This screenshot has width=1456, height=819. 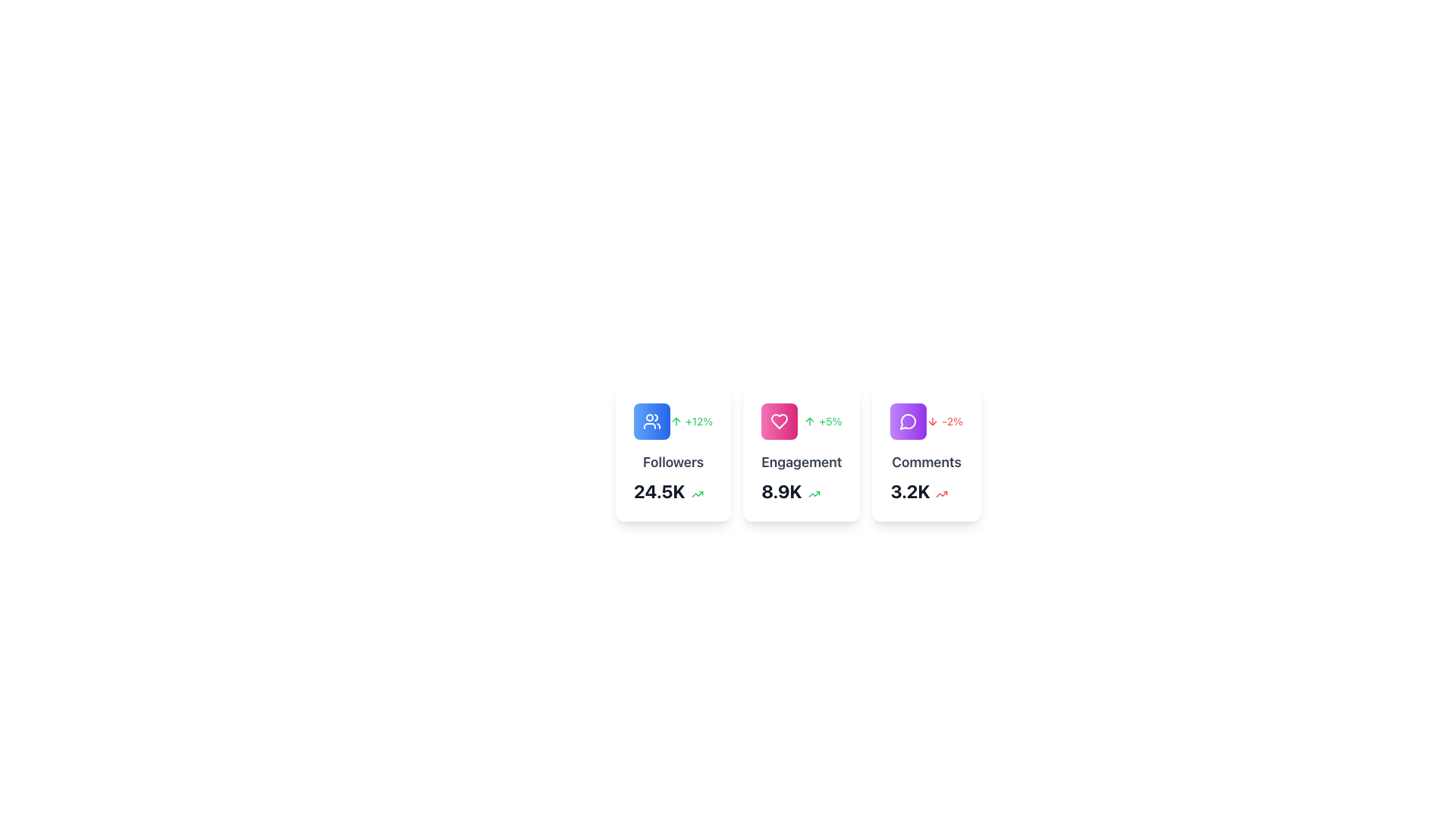 I want to click on the bold, large-sized text label '8.9K' displayed in dark gray, which is positioned below the 'Engagement' label with a pink icon above it, so click(x=781, y=491).